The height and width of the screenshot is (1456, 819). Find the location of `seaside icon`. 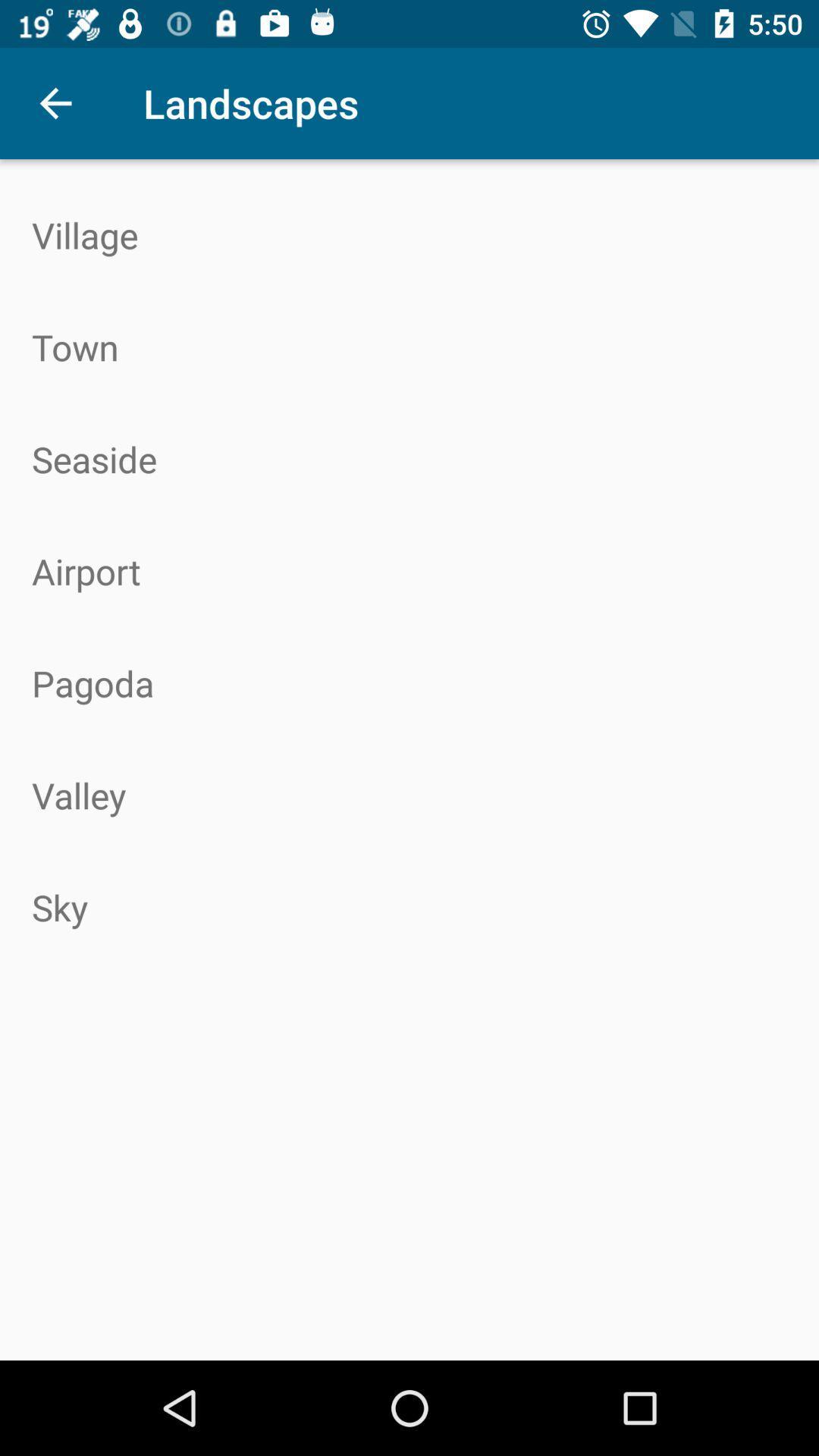

seaside icon is located at coordinates (409, 458).